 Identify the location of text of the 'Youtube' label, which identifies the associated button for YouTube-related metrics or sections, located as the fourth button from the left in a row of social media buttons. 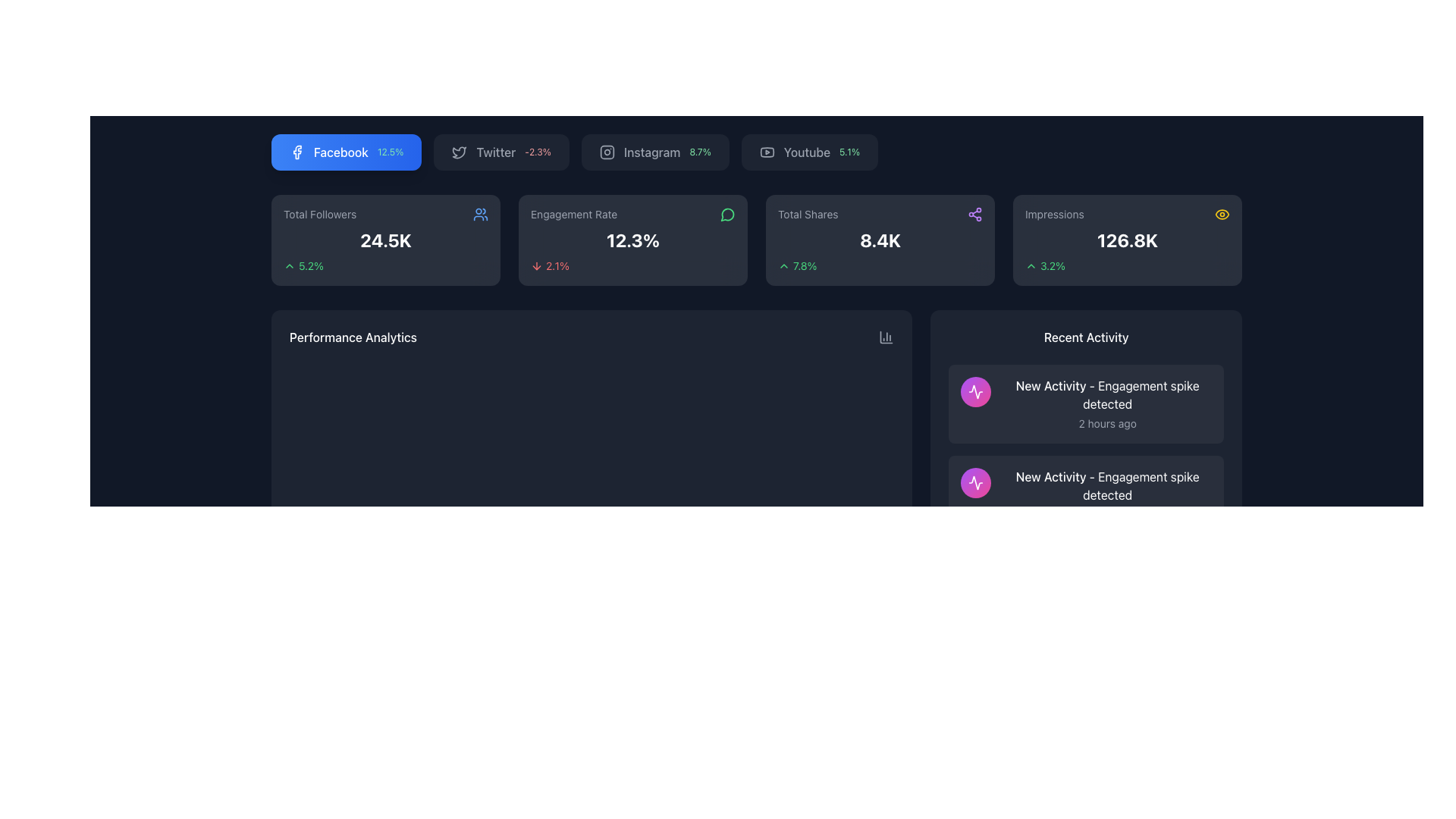
(806, 152).